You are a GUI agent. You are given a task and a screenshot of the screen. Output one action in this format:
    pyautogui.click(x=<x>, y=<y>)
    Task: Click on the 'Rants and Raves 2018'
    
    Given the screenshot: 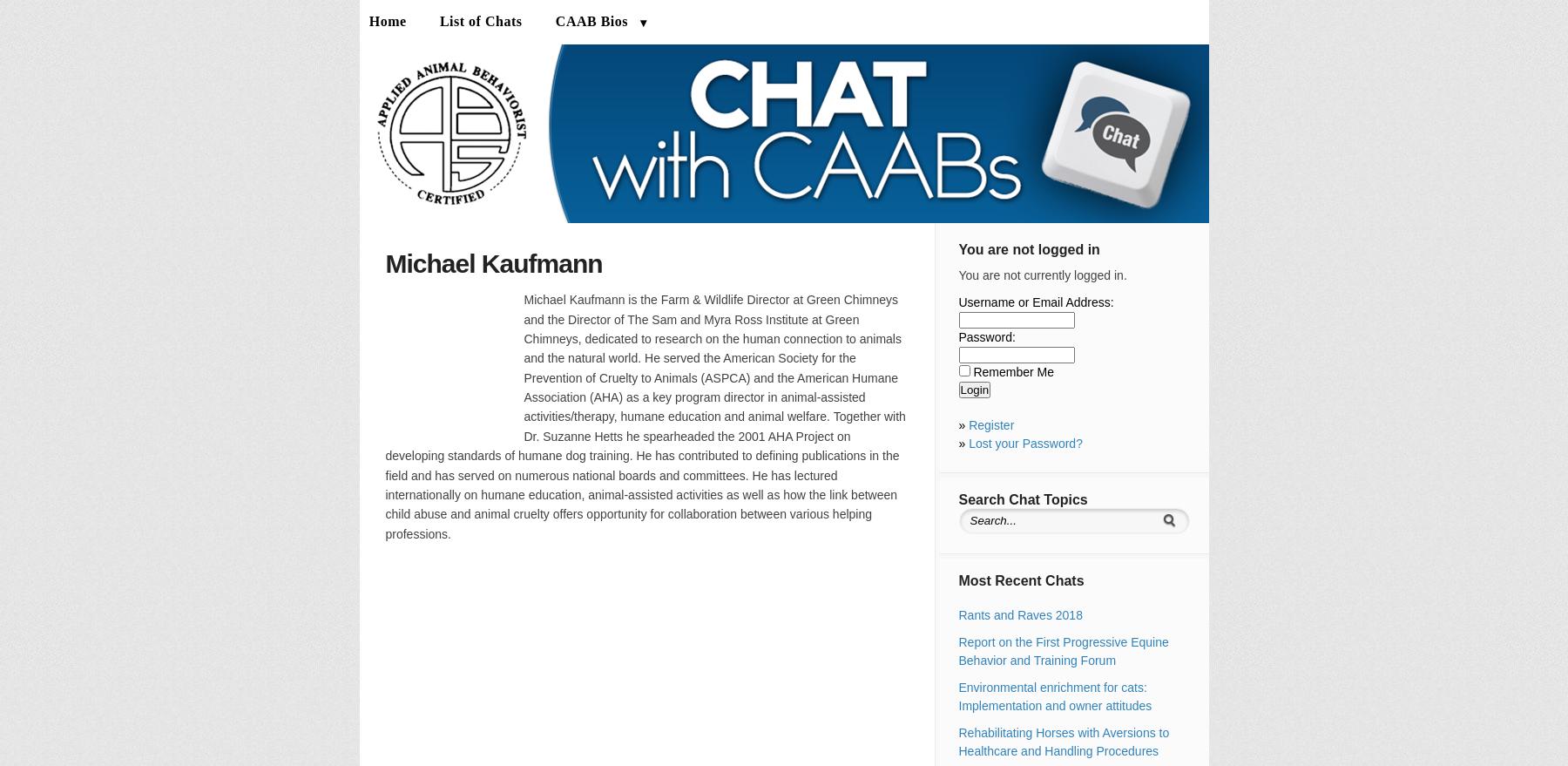 What is the action you would take?
    pyautogui.click(x=957, y=615)
    